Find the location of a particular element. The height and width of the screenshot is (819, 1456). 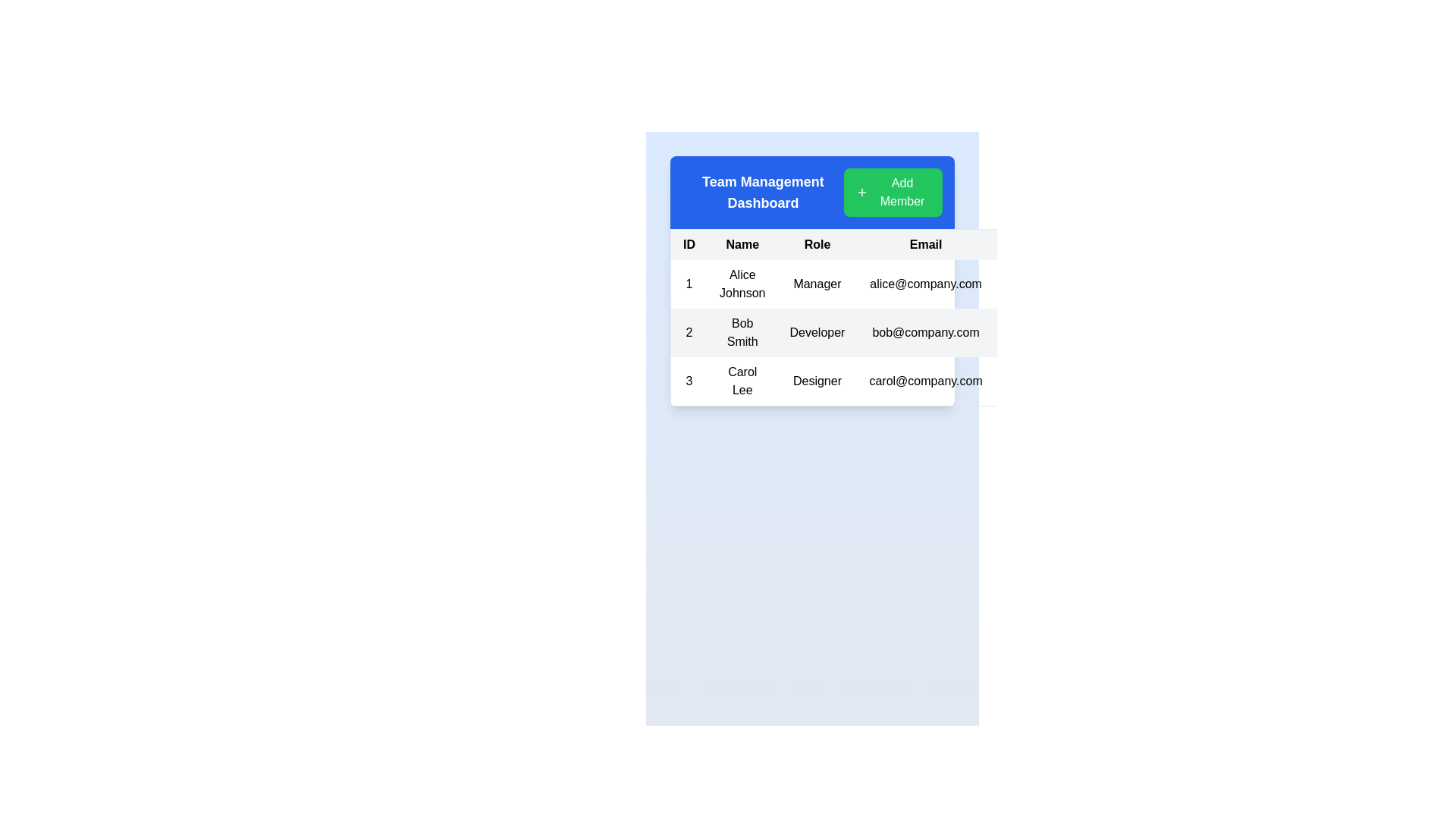

the second row in the team members table is located at coordinates (904, 332).